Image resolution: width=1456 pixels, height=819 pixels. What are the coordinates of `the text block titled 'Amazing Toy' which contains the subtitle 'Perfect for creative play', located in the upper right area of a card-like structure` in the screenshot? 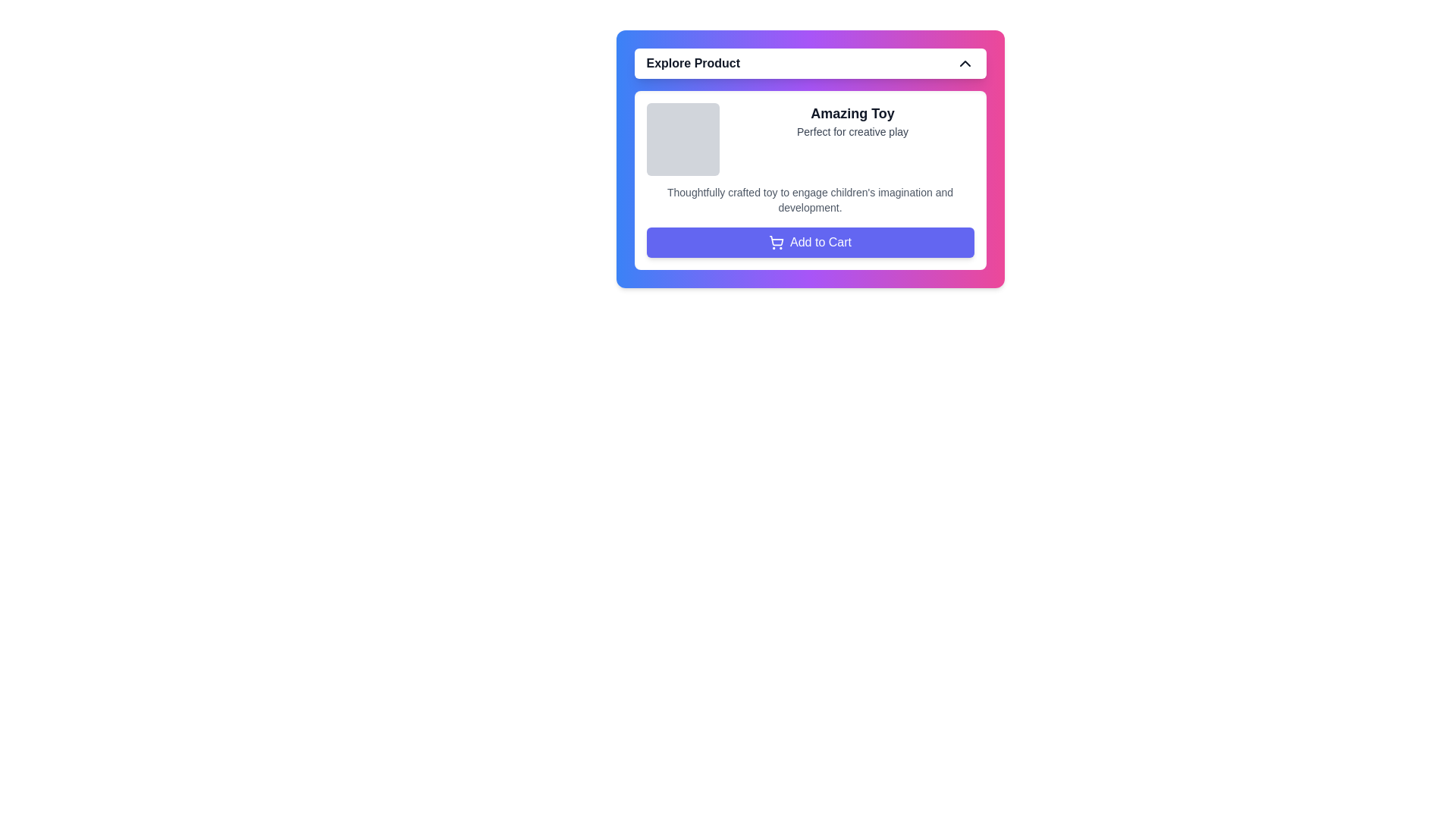 It's located at (852, 140).